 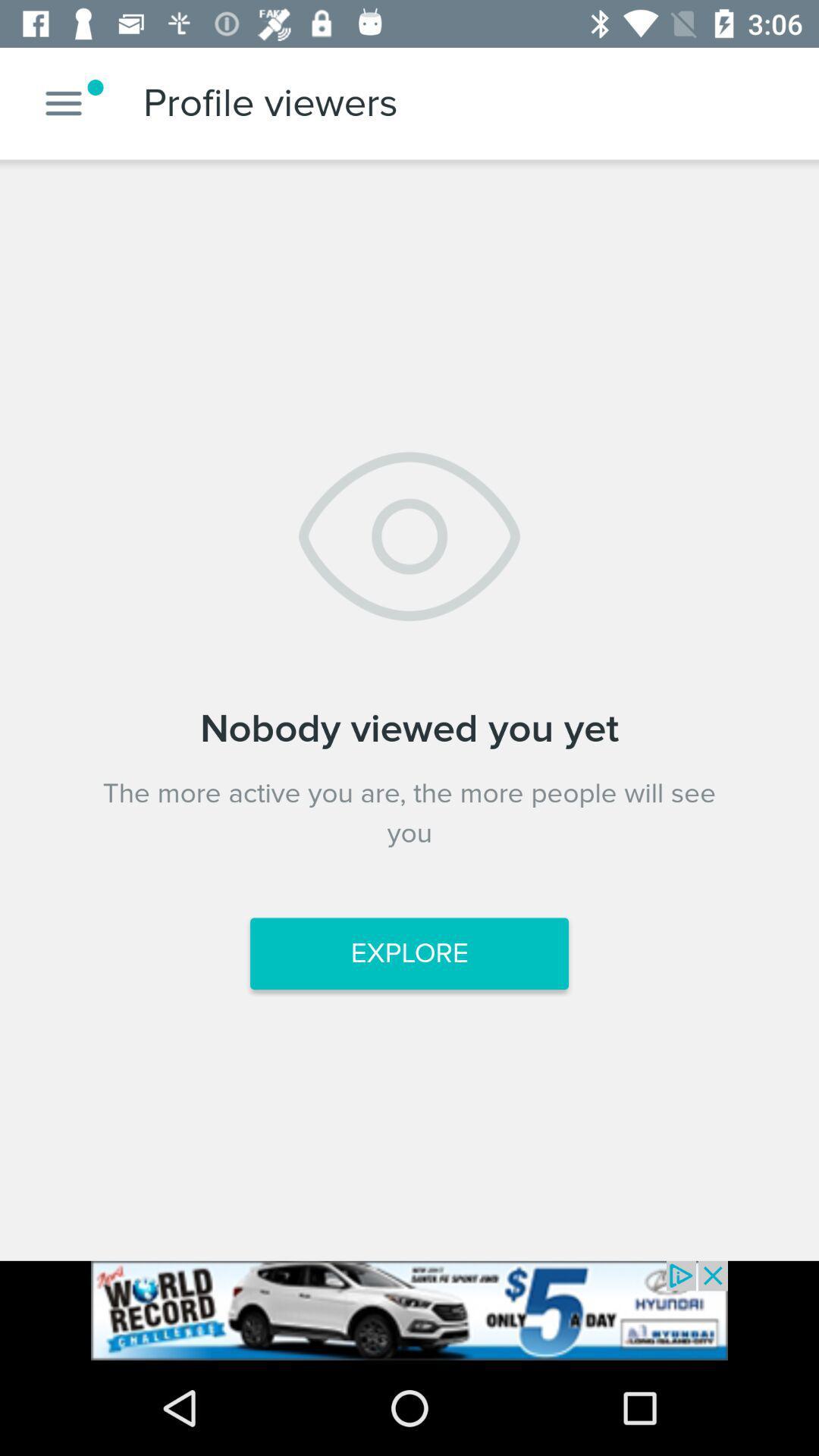 What do you see at coordinates (409, 1310) in the screenshot?
I see `advrtisment` at bounding box center [409, 1310].